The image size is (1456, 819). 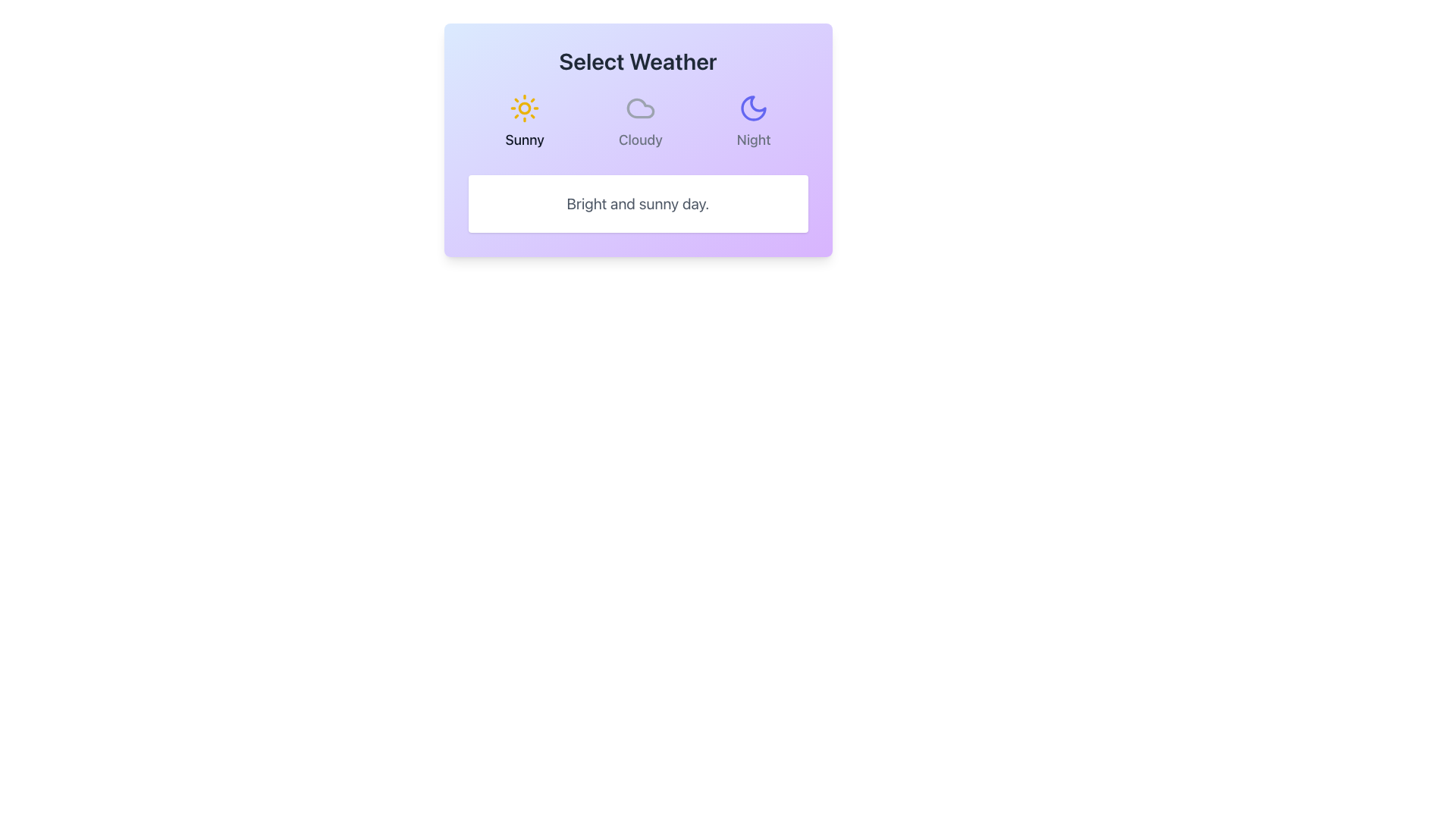 What do you see at coordinates (525, 107) in the screenshot?
I see `the small circular SVG Circle Element representing 'Sunny' within the weather selection options interface` at bounding box center [525, 107].